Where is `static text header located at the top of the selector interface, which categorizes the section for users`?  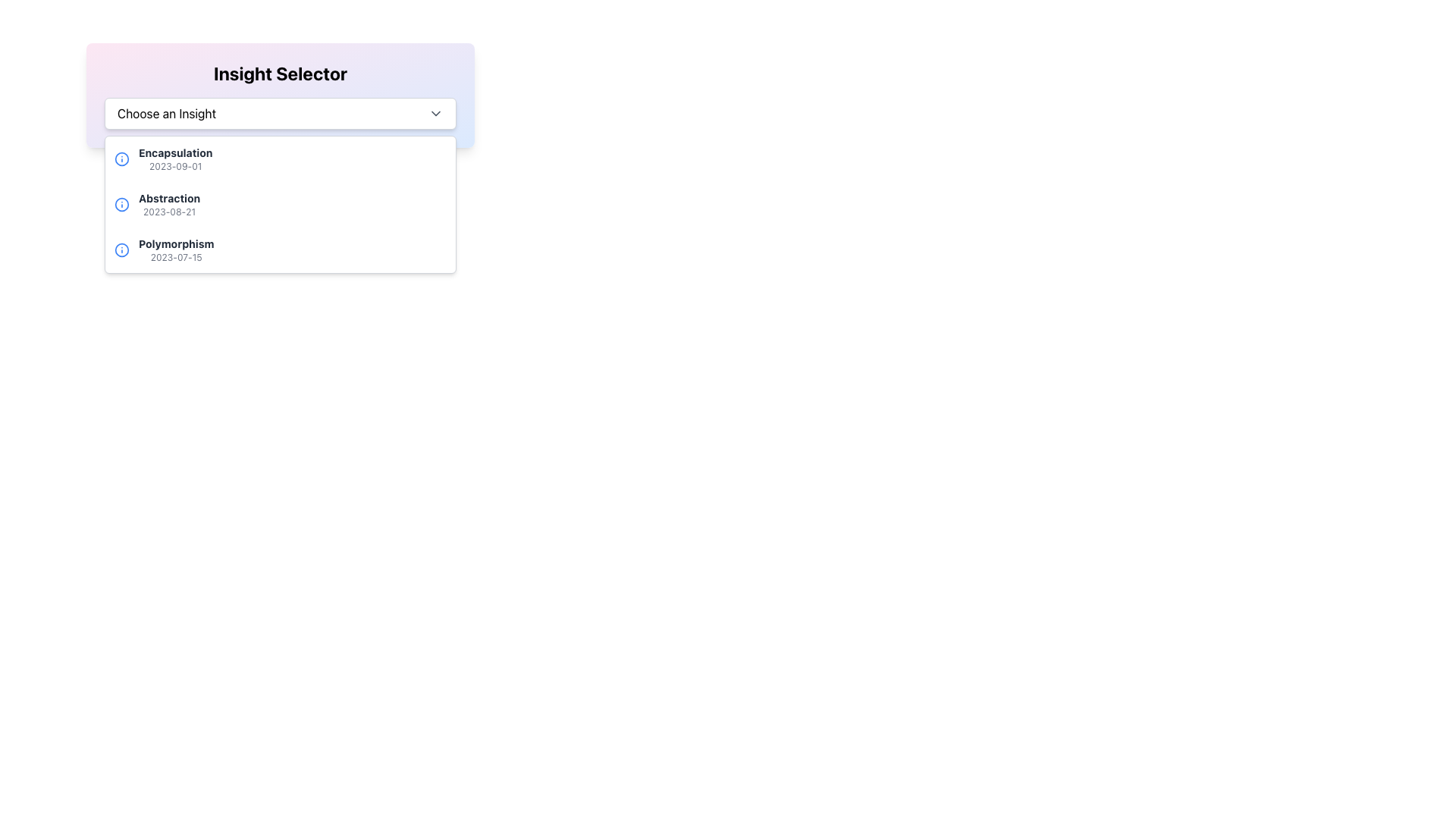 static text header located at the top of the selector interface, which categorizes the section for users is located at coordinates (280, 73).